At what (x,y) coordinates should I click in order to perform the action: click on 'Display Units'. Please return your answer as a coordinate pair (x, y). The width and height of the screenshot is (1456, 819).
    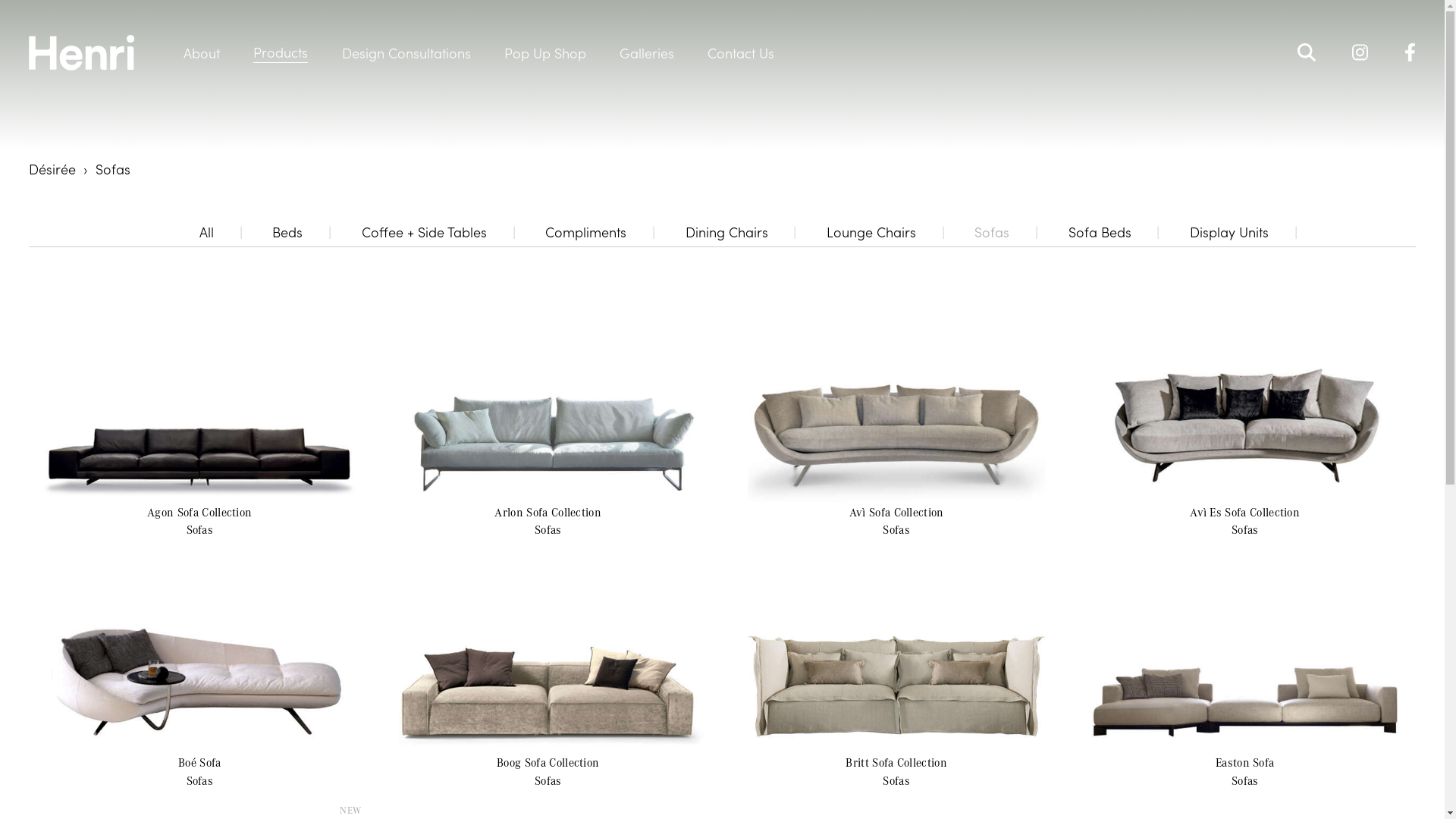
    Looking at the image, I should click on (1229, 231).